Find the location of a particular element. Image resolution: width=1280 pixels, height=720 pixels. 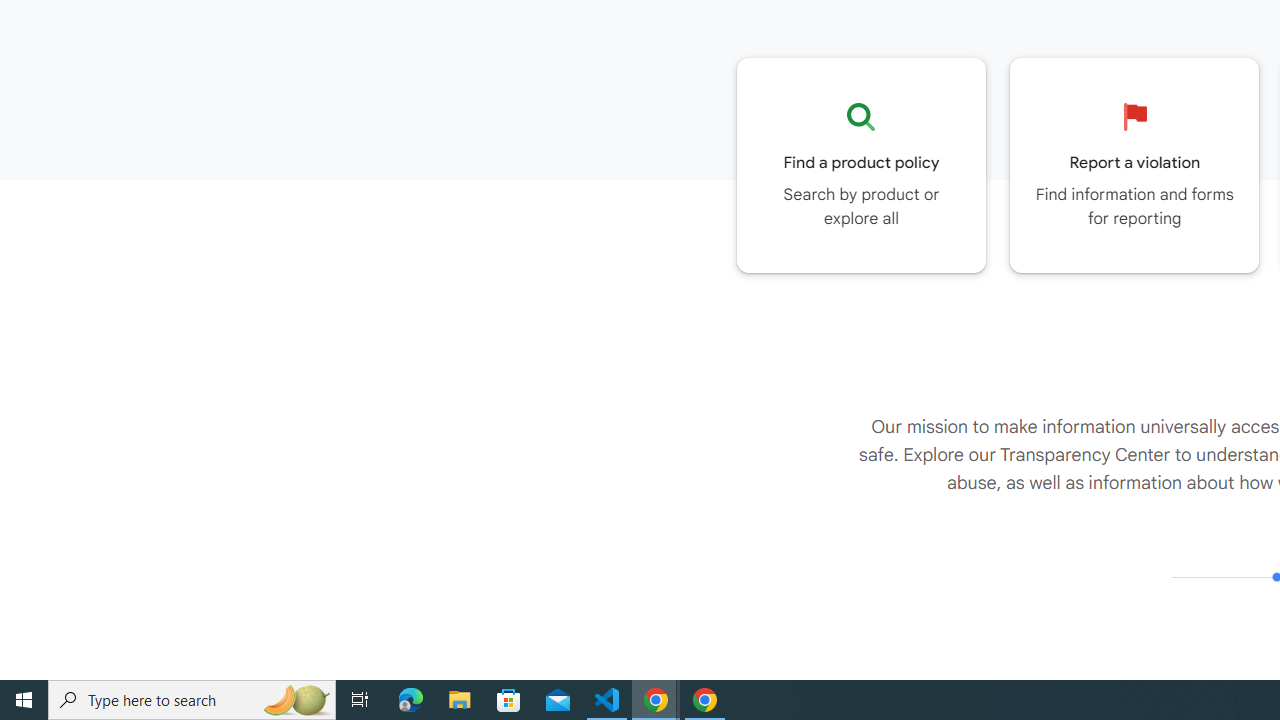

'Go to the Reporting and appeals page' is located at coordinates (1134, 164).